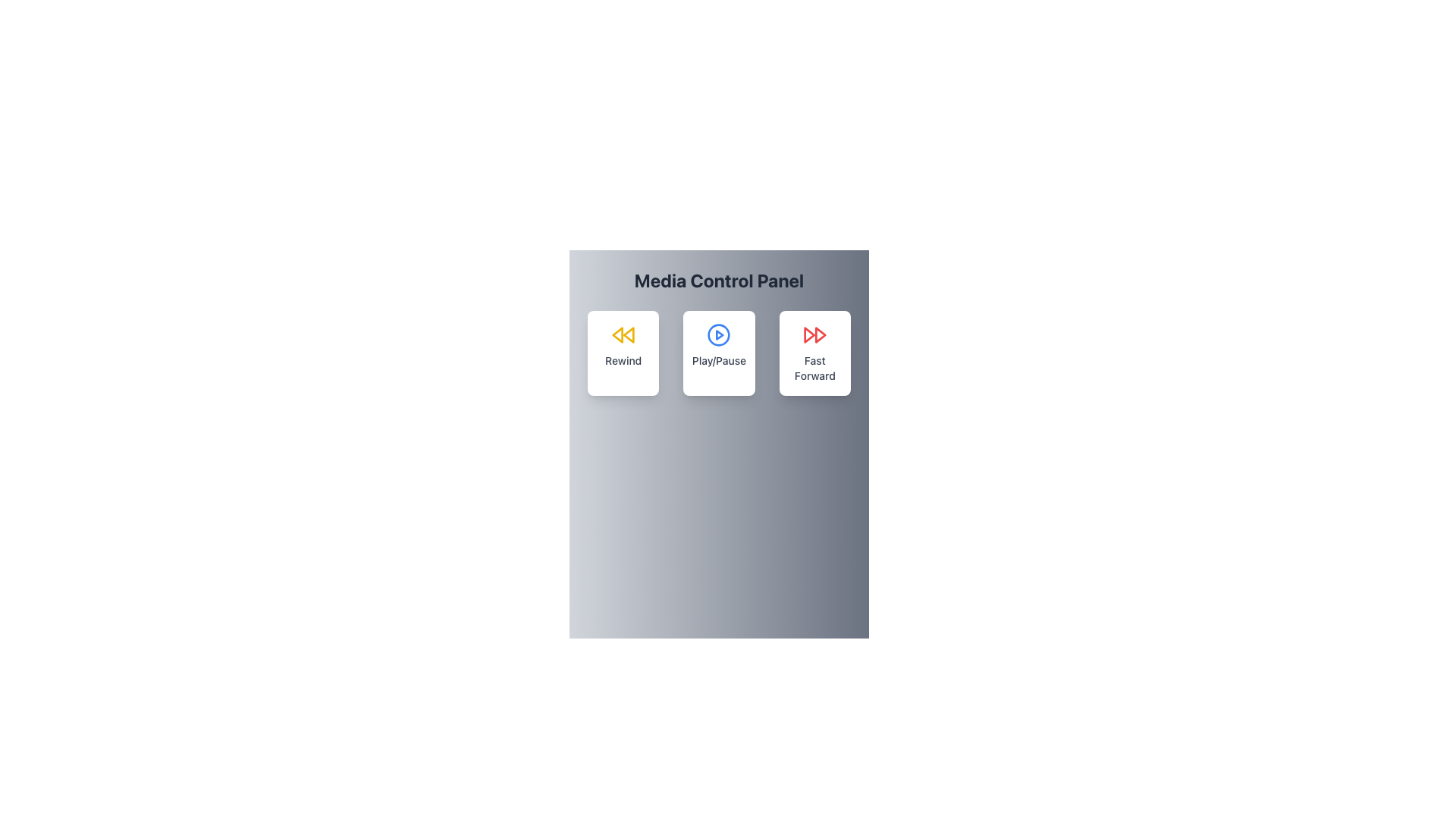  I want to click on the play icon which is visually centered in the box above the text 'Play/Pause', indicating its functionality to start or resume multimedia playback, so click(718, 334).